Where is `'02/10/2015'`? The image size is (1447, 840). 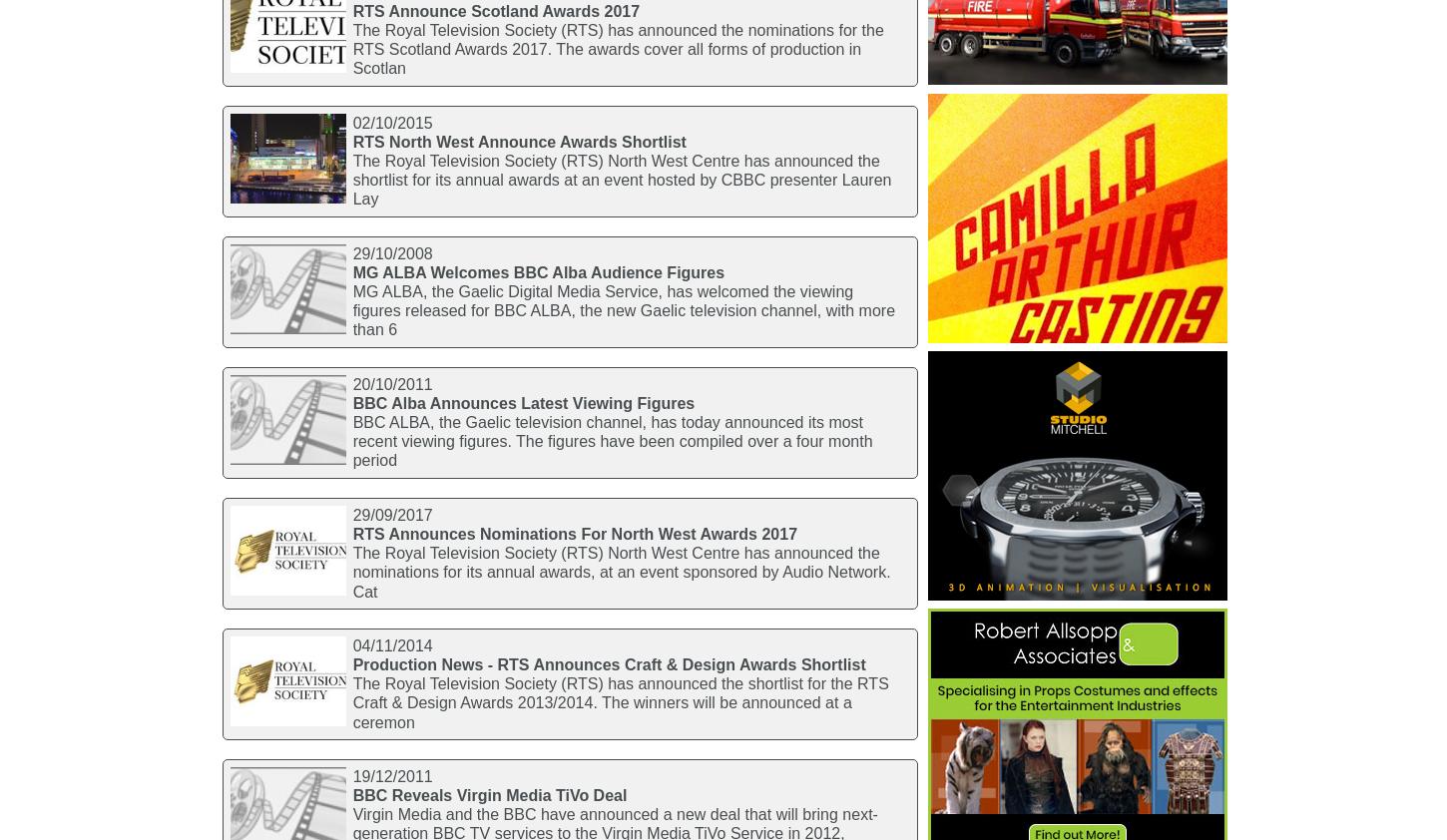
'02/10/2015' is located at coordinates (390, 121).